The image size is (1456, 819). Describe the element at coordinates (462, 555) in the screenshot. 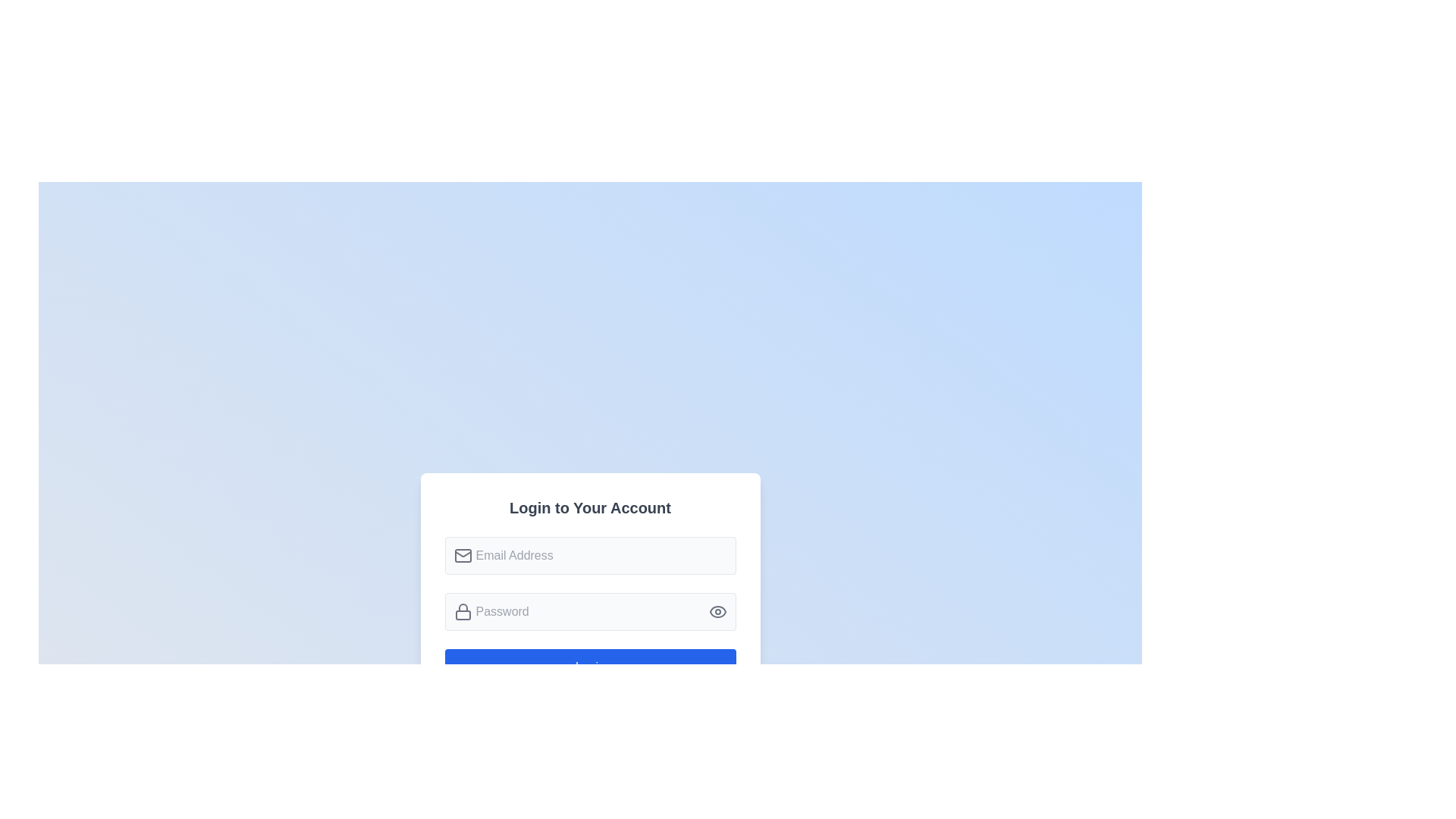

I see `the Icon graphic representing a mail or email symbol, which serves as a visual cue for the email input field` at that location.